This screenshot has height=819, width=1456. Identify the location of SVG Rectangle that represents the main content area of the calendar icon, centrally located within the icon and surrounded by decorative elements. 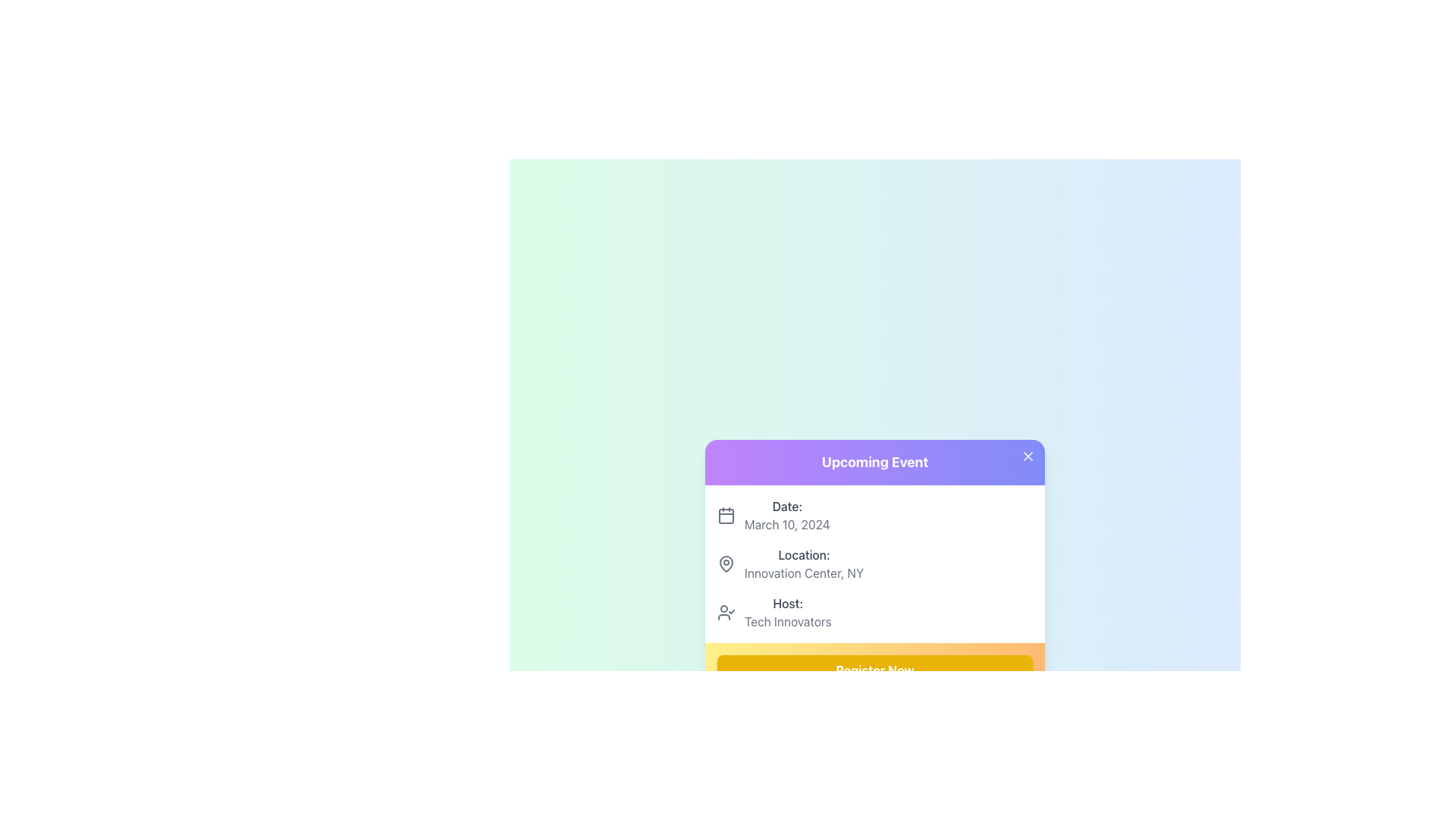
(726, 516).